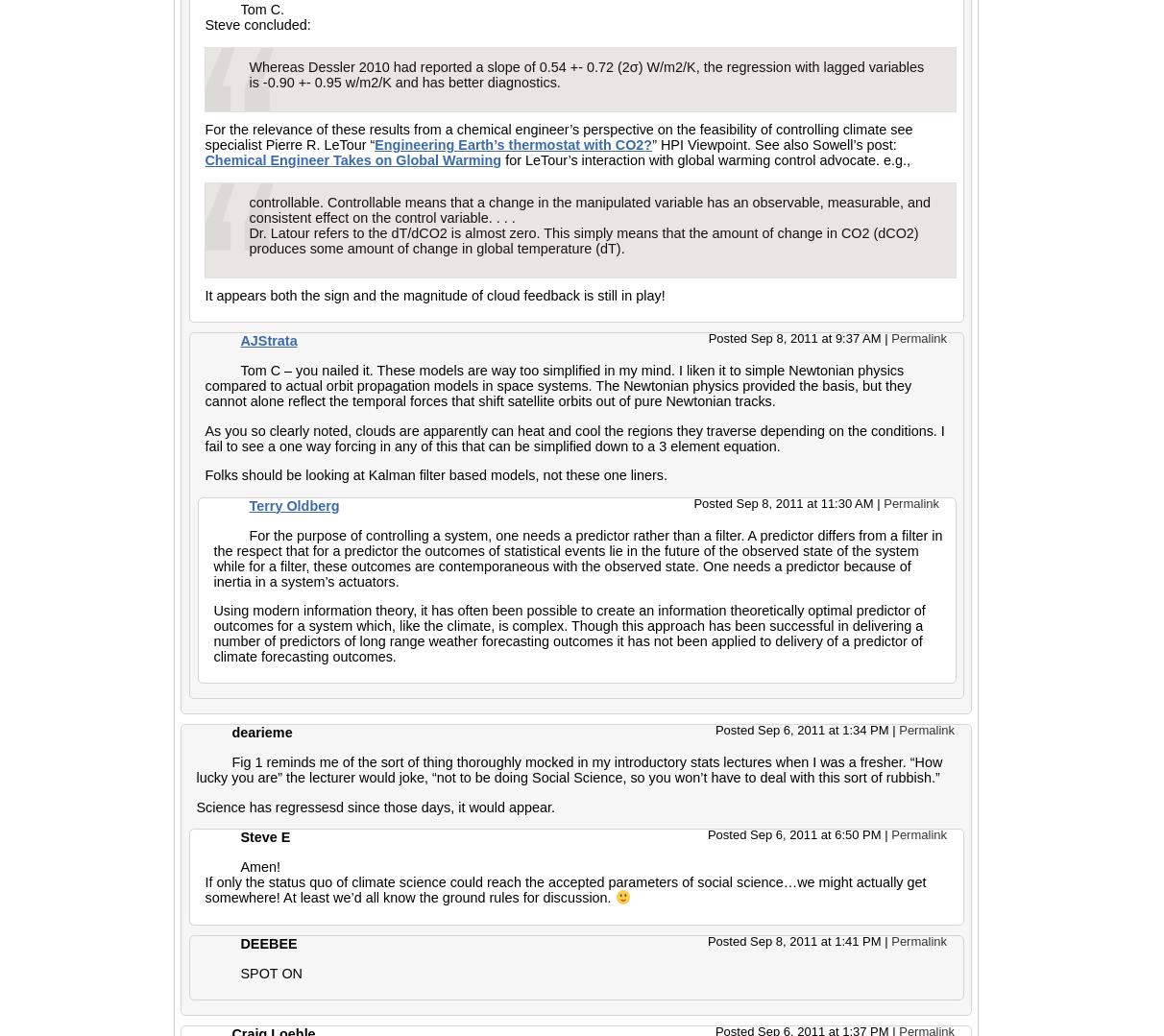 This screenshot has height=1036, width=1164. What do you see at coordinates (375, 807) in the screenshot?
I see `'Science has regressesd since those days, it would appear.'` at bounding box center [375, 807].